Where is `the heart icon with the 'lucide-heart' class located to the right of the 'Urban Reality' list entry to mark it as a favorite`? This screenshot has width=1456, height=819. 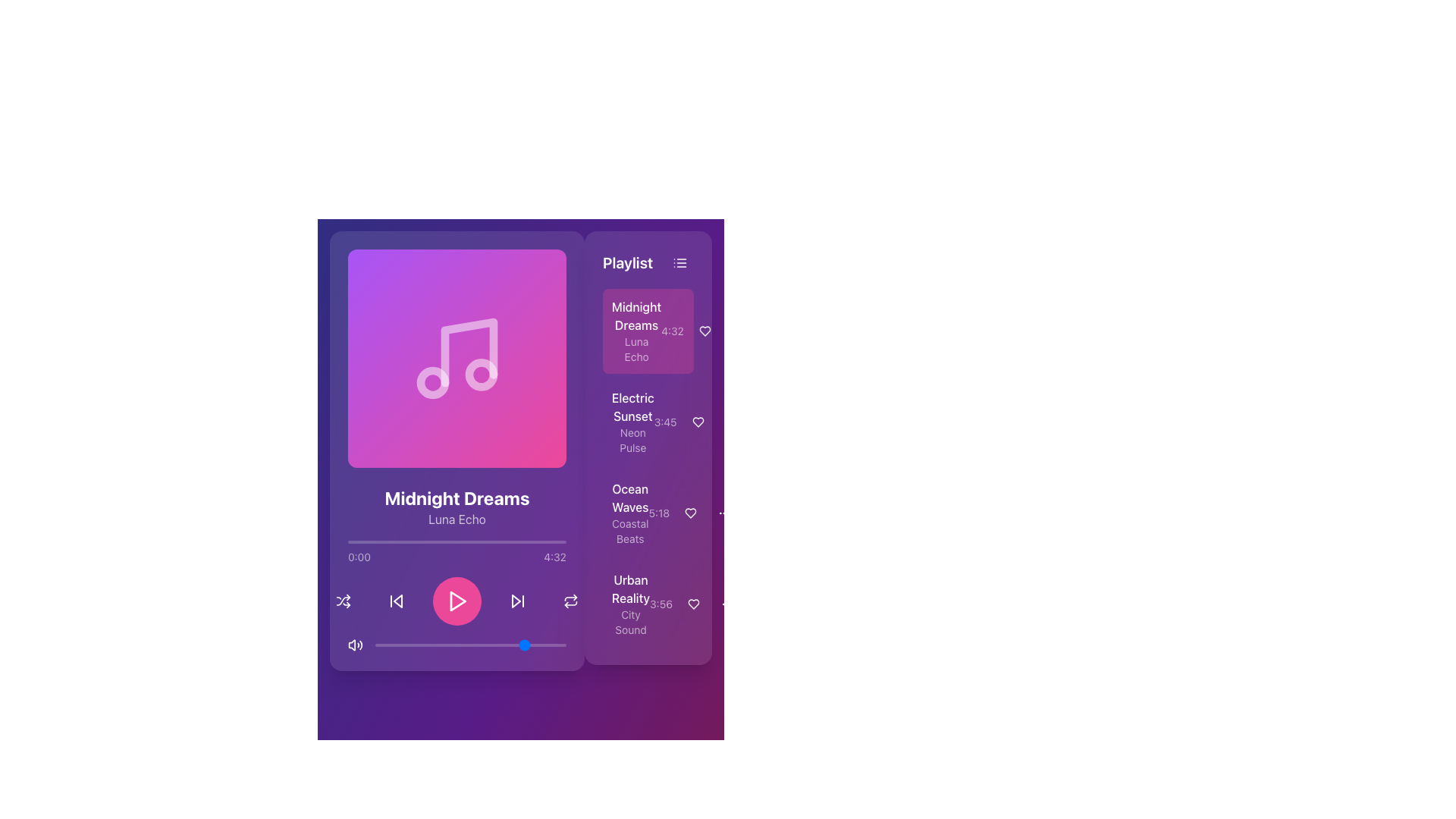
the heart icon with the 'lucide-heart' class located to the right of the 'Urban Reality' list entry to mark it as a favorite is located at coordinates (693, 604).